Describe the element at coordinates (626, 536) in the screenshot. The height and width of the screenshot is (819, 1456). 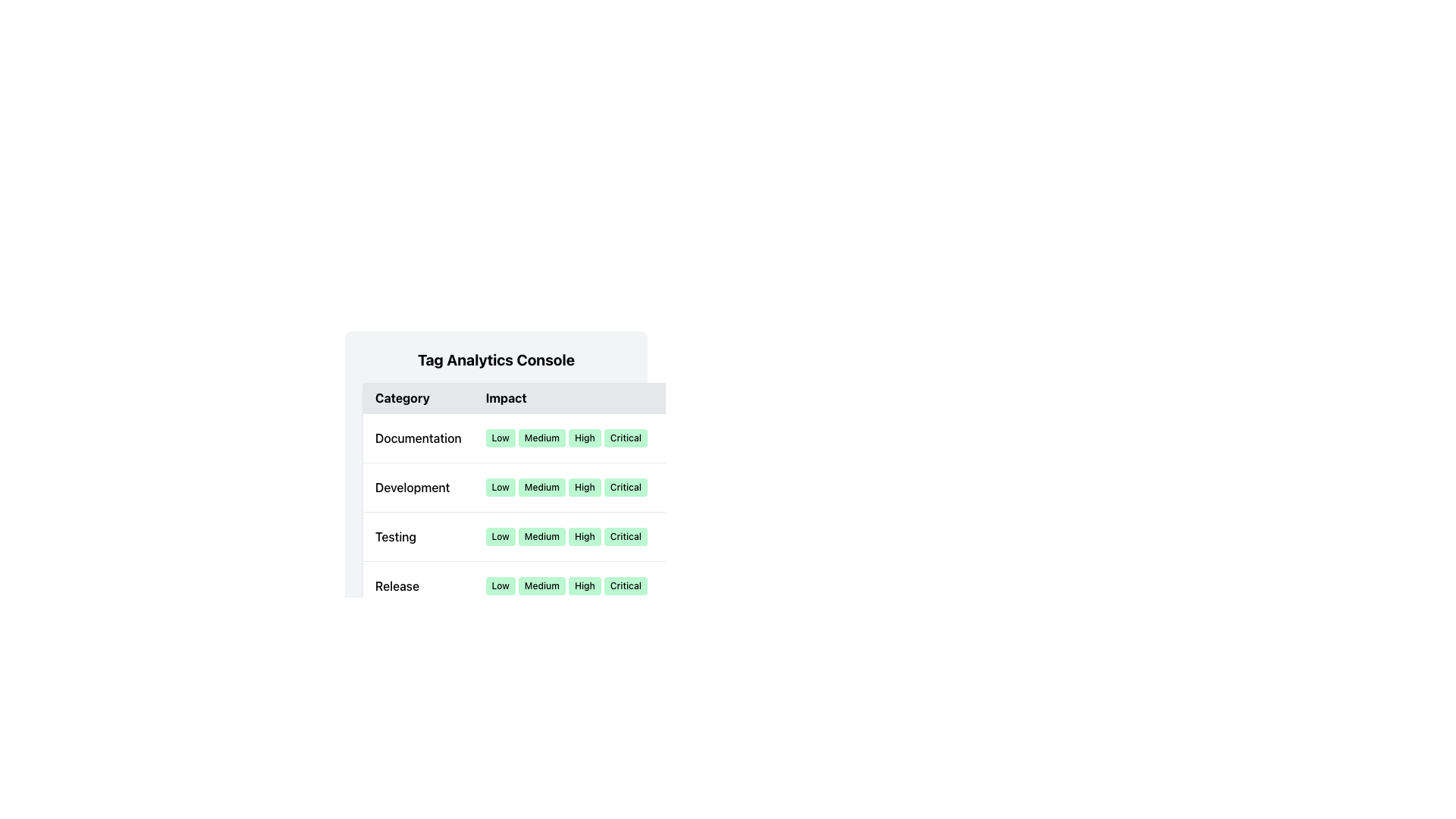
I see `the 'Critical' badge, which is a small rectangular badge with rounded edges, light green background, and bold black text, located in the last position of a group of four badges in the 'Impact' column of the 'Testing' row` at that location.